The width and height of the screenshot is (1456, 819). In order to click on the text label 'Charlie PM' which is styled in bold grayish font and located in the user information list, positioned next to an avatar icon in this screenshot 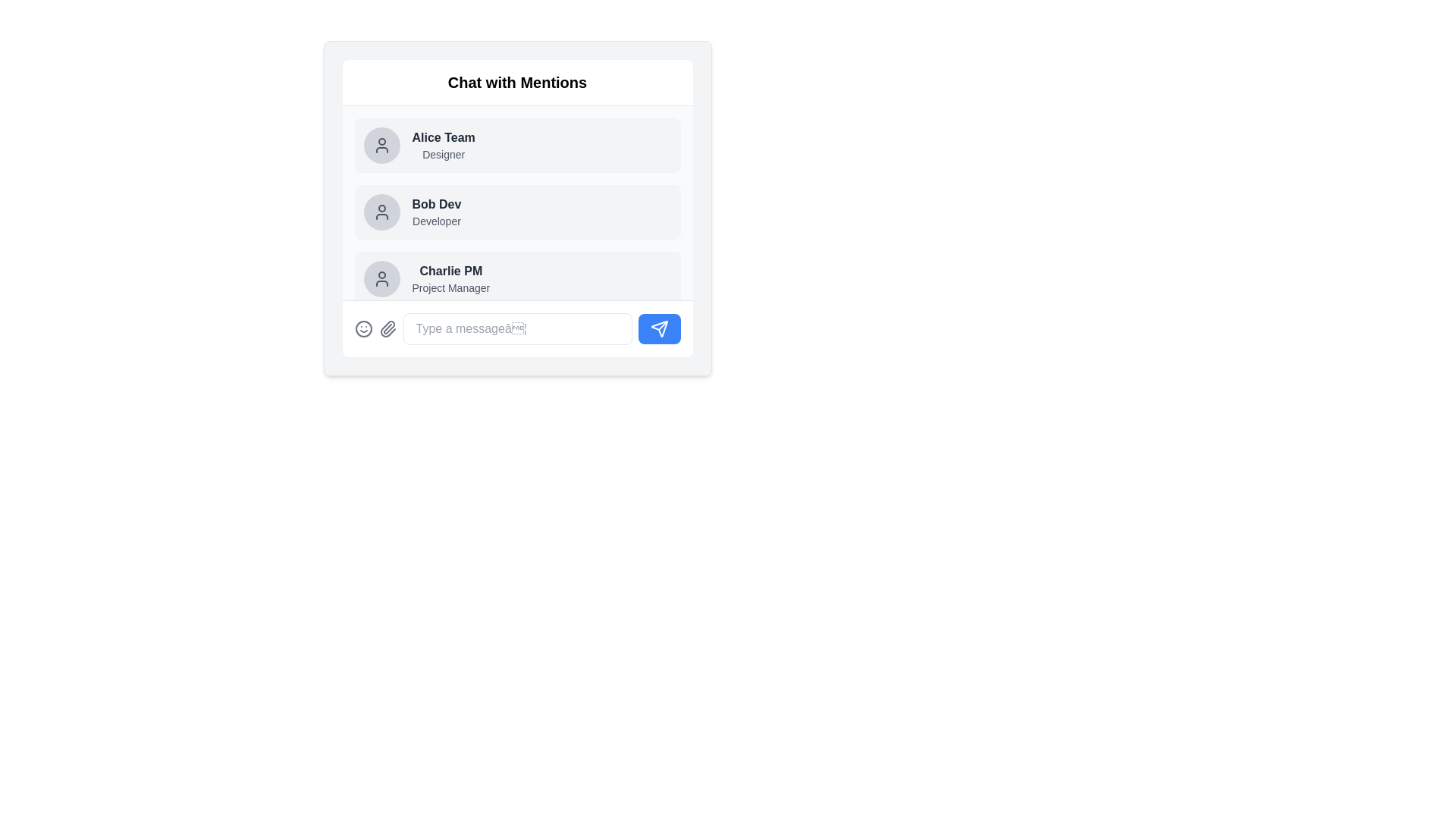, I will do `click(450, 271)`.